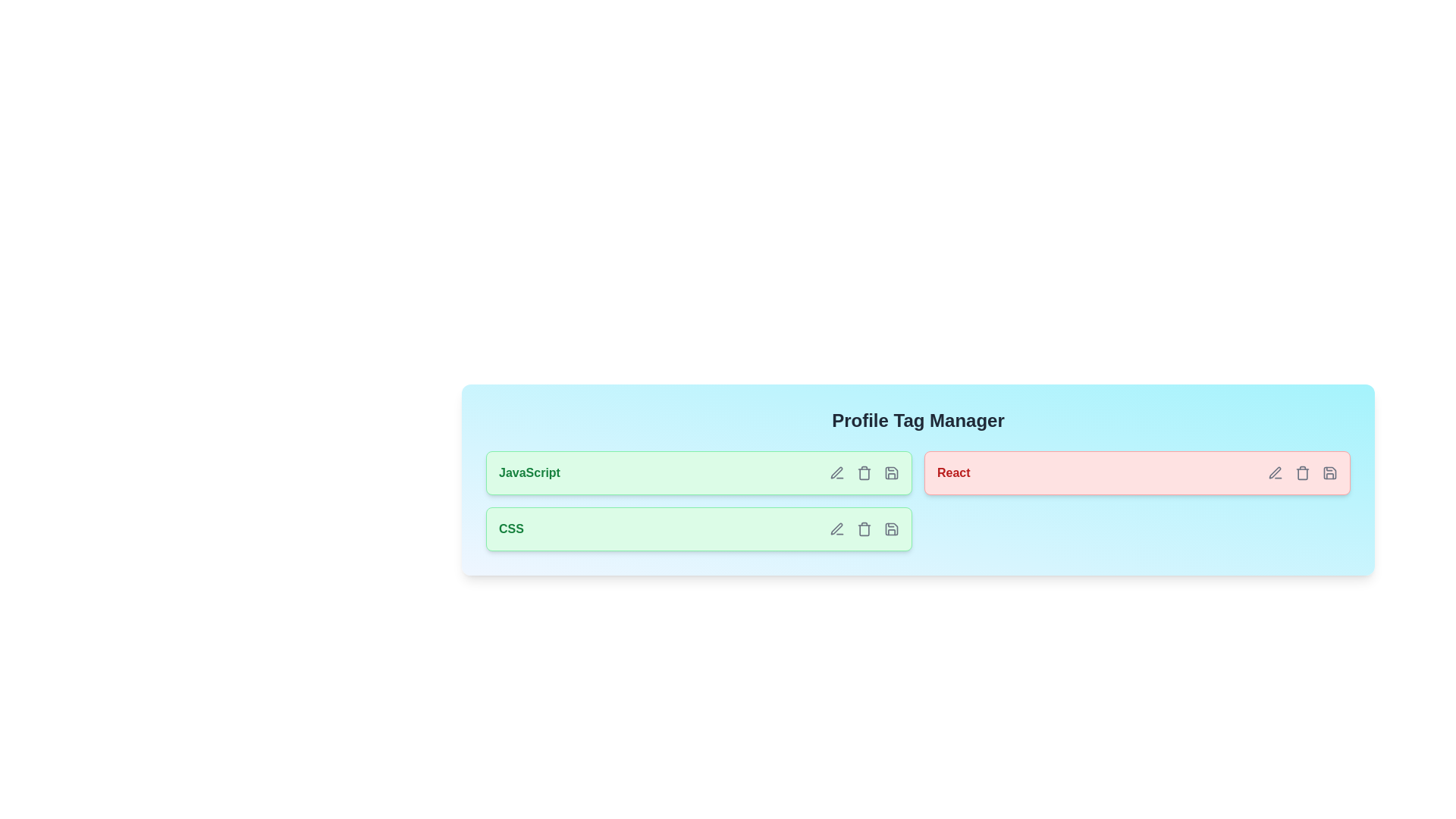 This screenshot has height=819, width=1456. Describe the element at coordinates (1329, 472) in the screenshot. I see `save icon for the tag labeled React` at that location.